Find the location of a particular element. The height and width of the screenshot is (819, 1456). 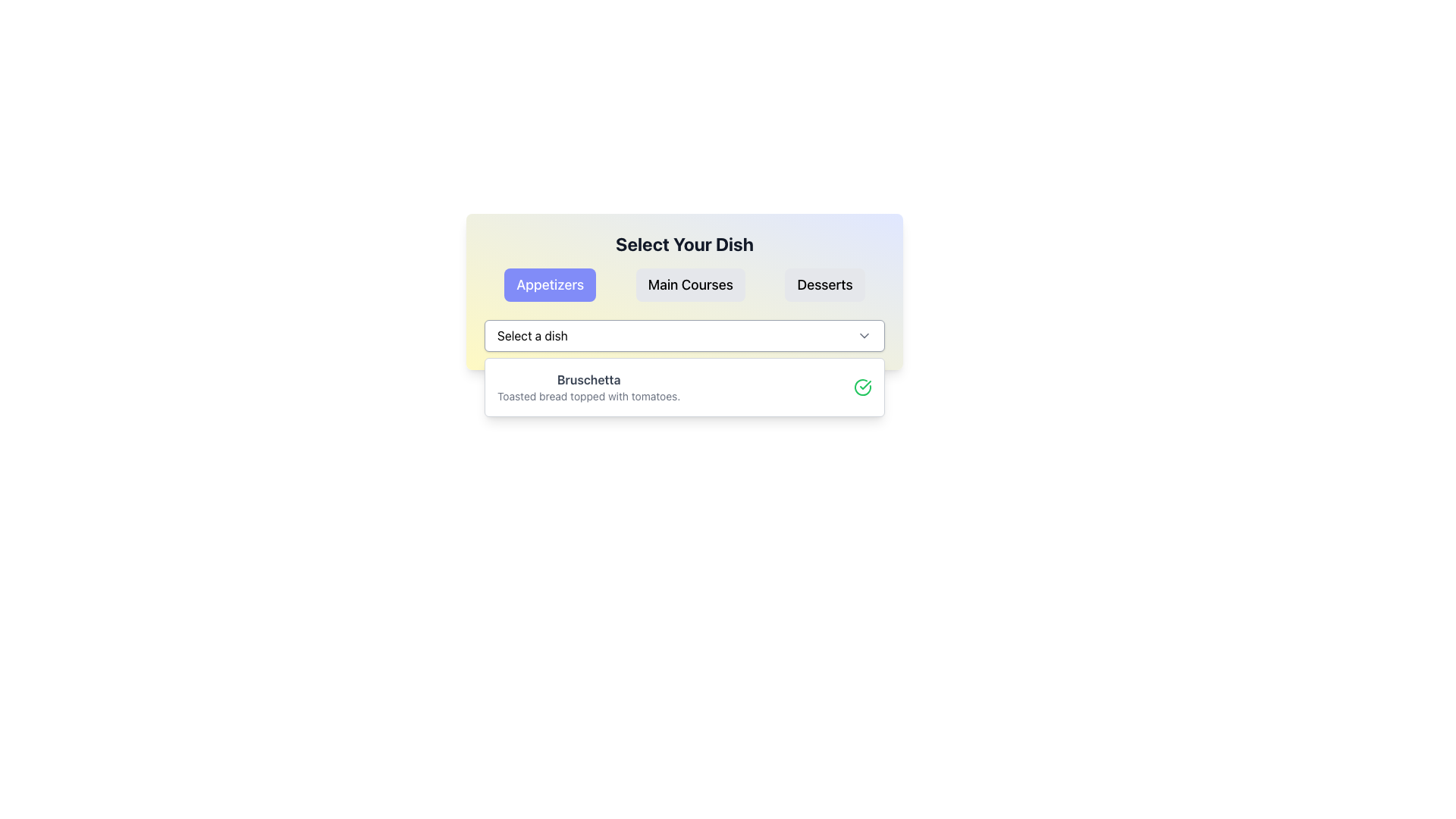

the text label 'Bruschetta' which is the first entry in the 'Appetizers' tab of the menu selection UI, styled with a serif font in gray shades is located at coordinates (588, 386).